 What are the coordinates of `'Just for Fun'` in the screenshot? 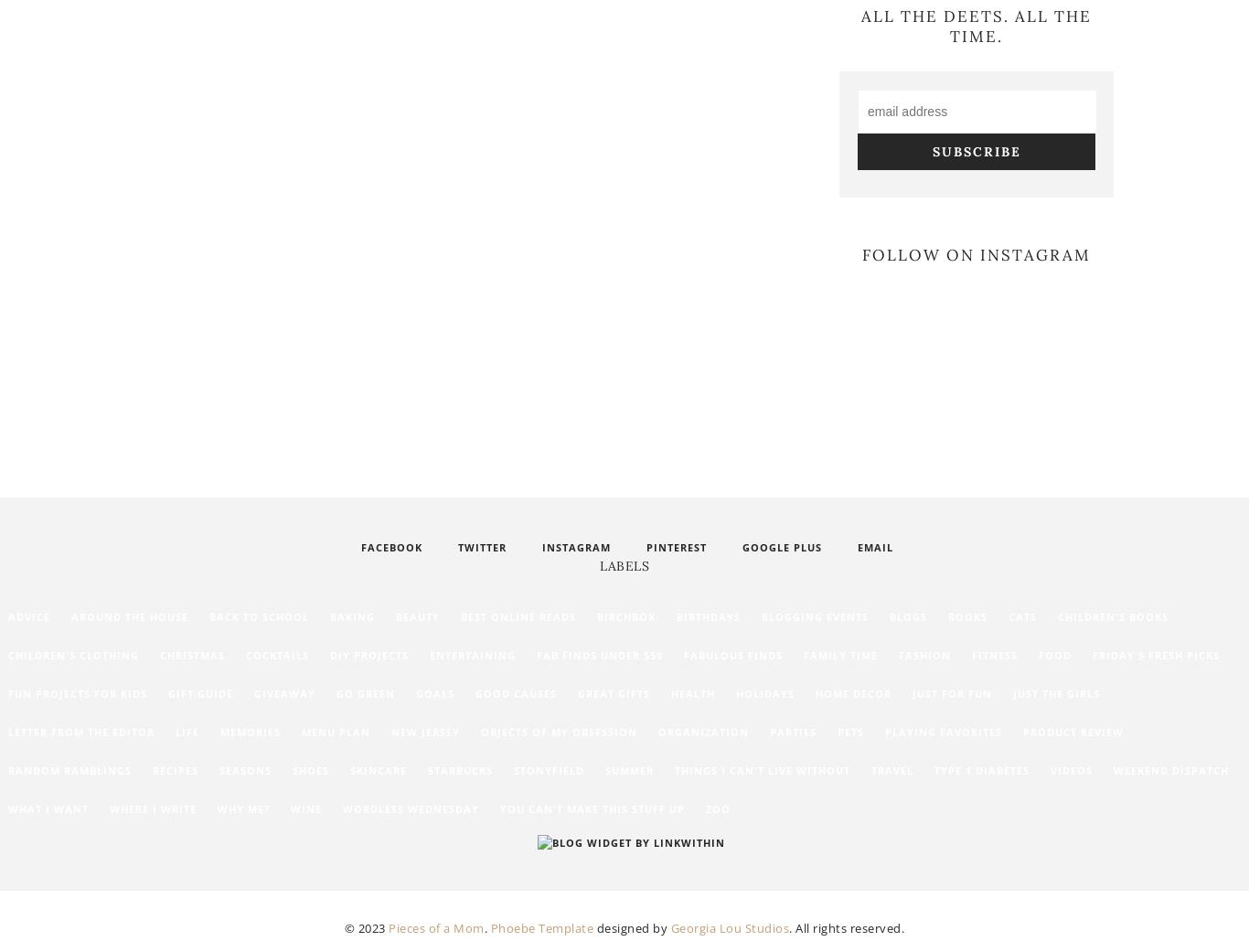 It's located at (951, 693).